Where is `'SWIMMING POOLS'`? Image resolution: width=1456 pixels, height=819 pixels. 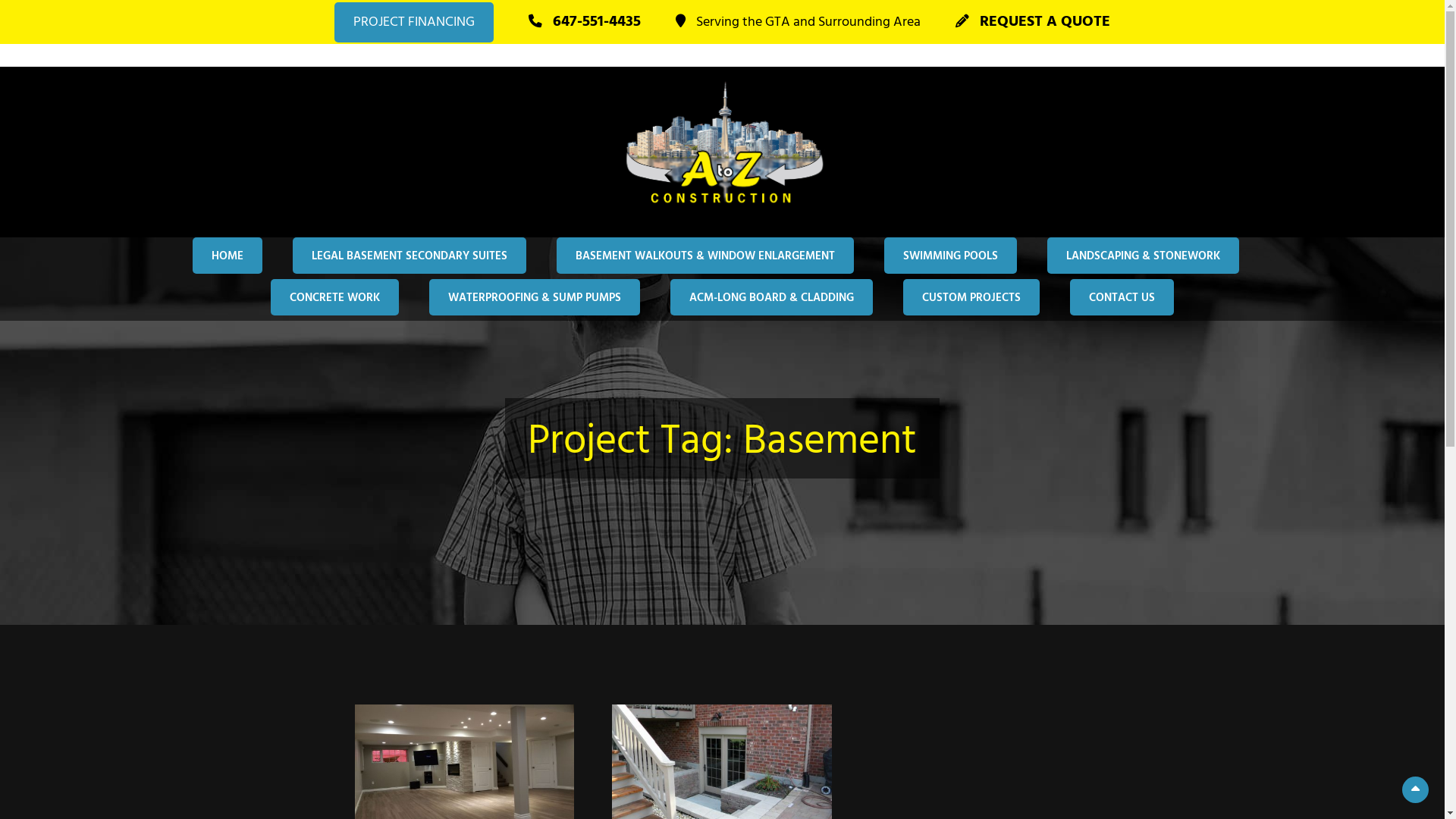
'SWIMMING POOLS' is located at coordinates (949, 253).